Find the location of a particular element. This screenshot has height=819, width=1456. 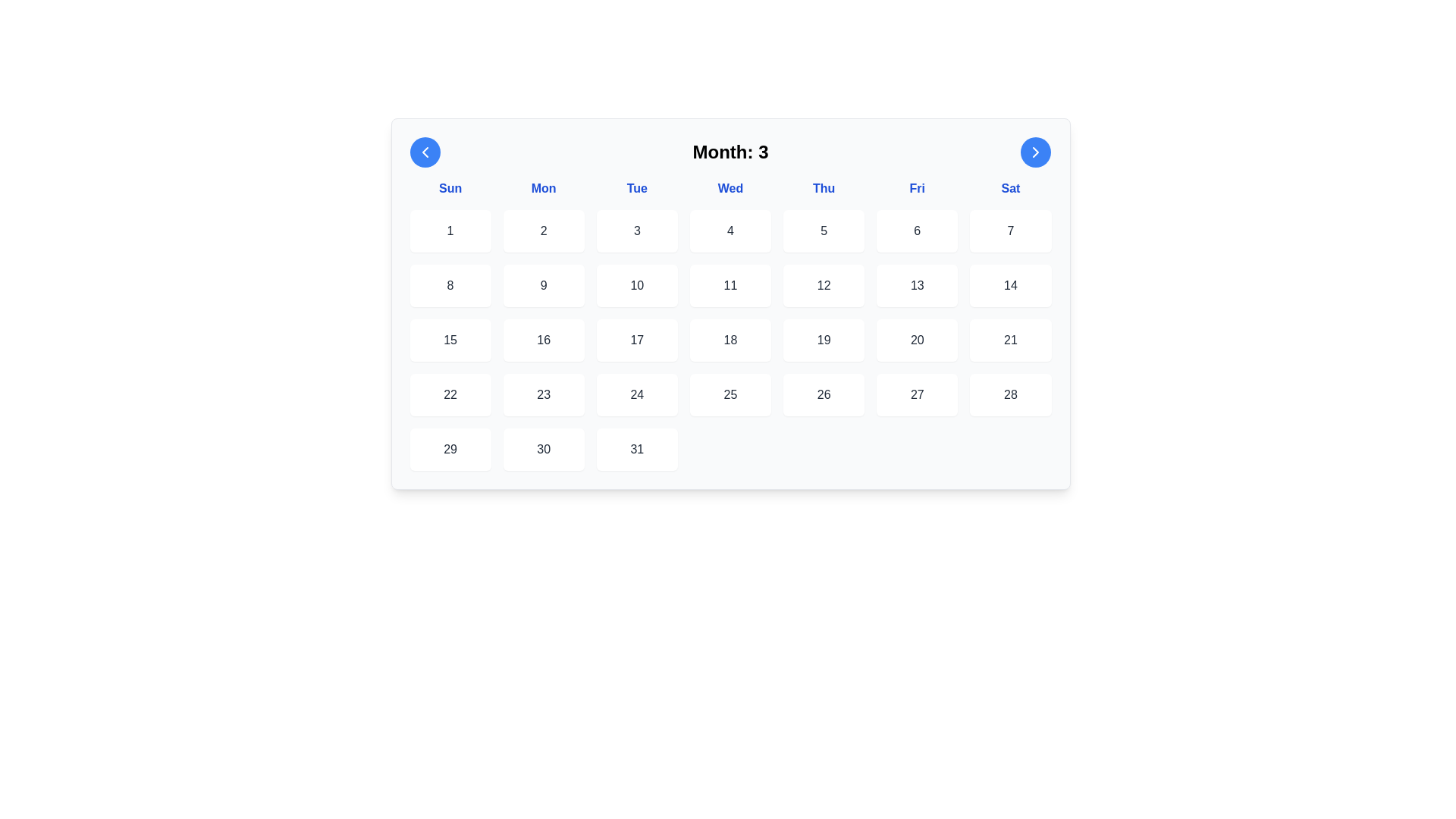

the circular blue button located at the top-right corner of the calendar view is located at coordinates (1035, 152).